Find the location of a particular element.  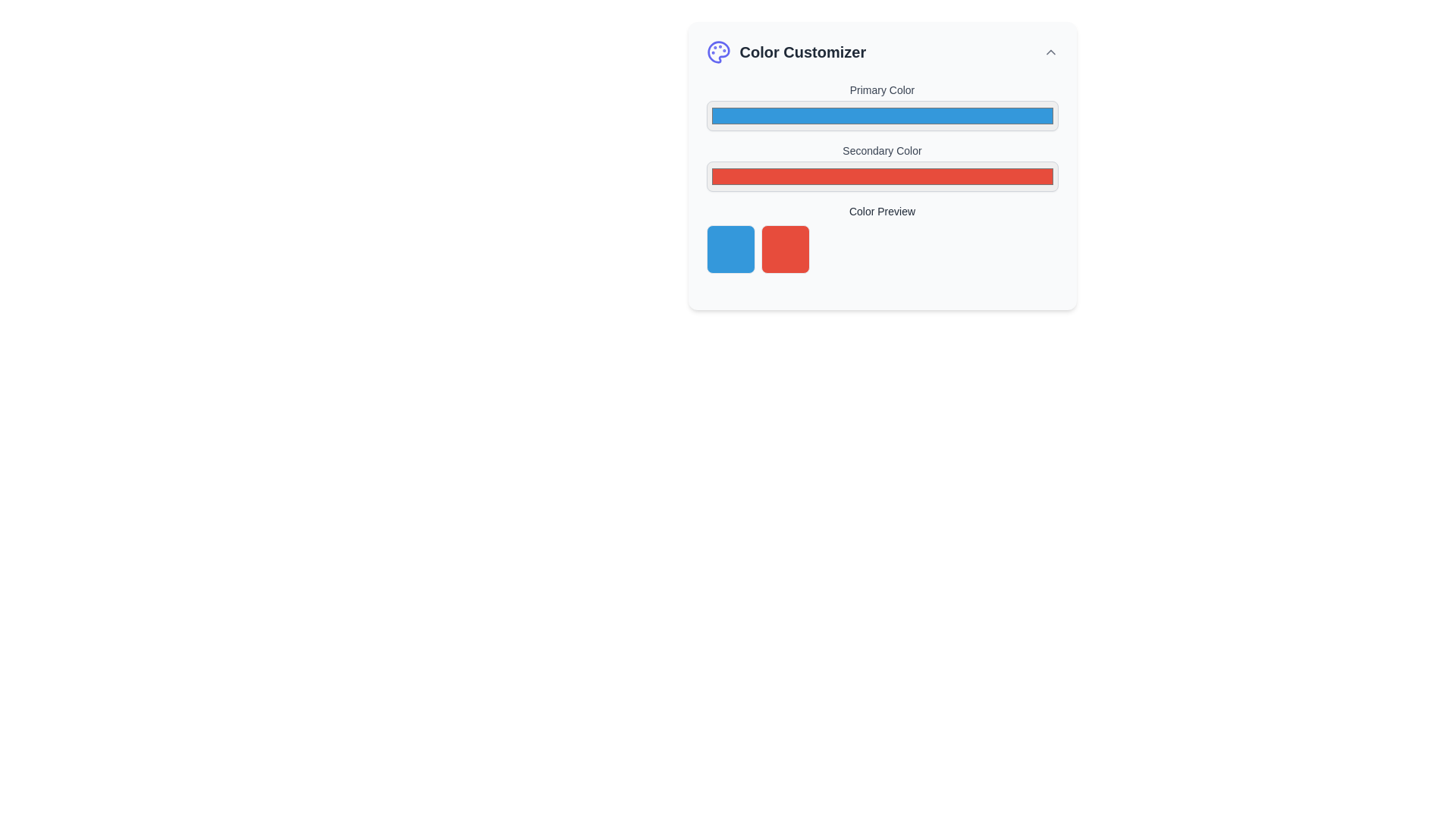

the descriptive label in the 'Color Customizer' panel that indicates the section below it visually previews selected color options is located at coordinates (882, 211).